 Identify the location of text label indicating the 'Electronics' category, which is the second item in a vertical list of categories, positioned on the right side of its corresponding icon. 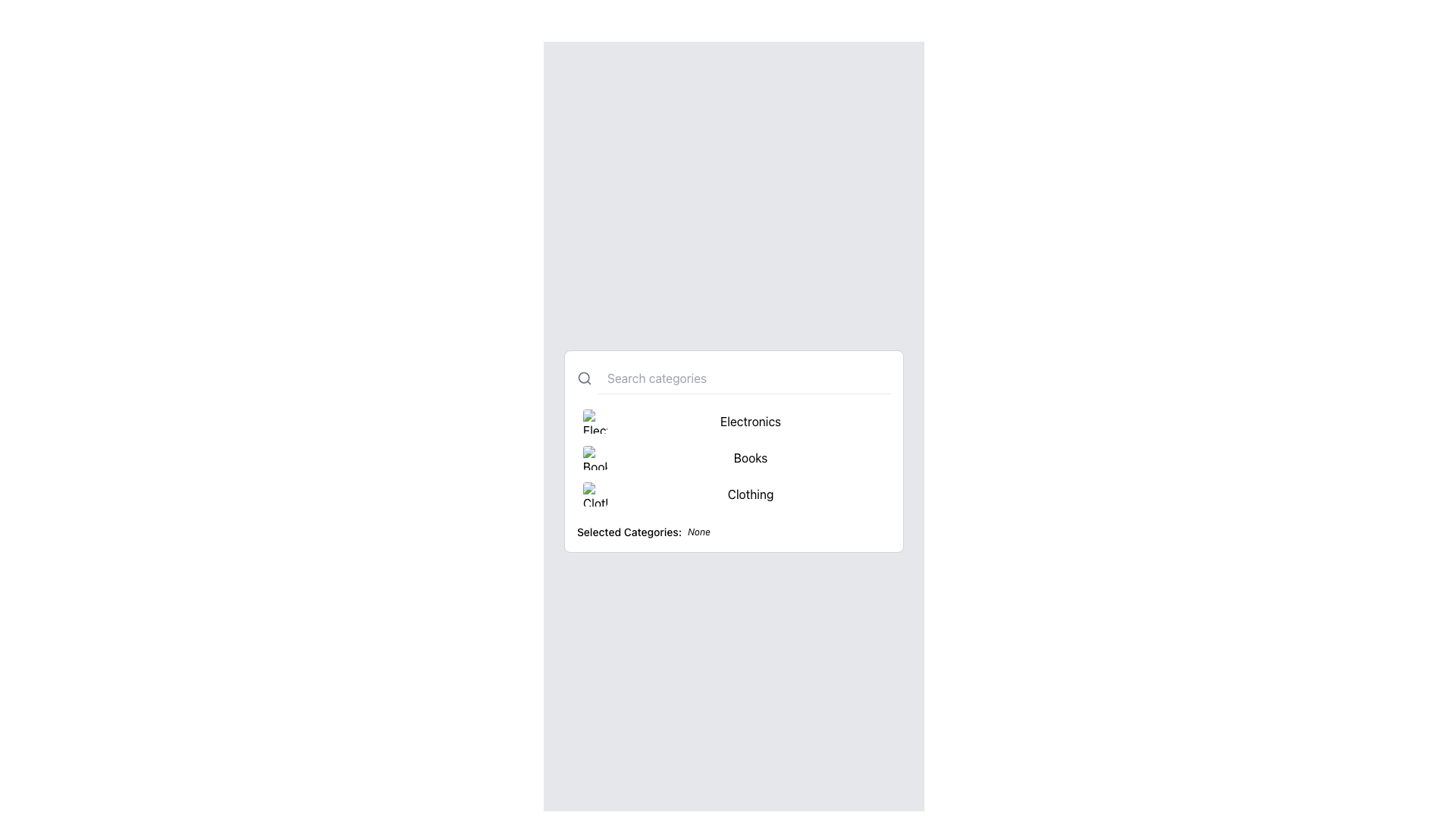
(750, 421).